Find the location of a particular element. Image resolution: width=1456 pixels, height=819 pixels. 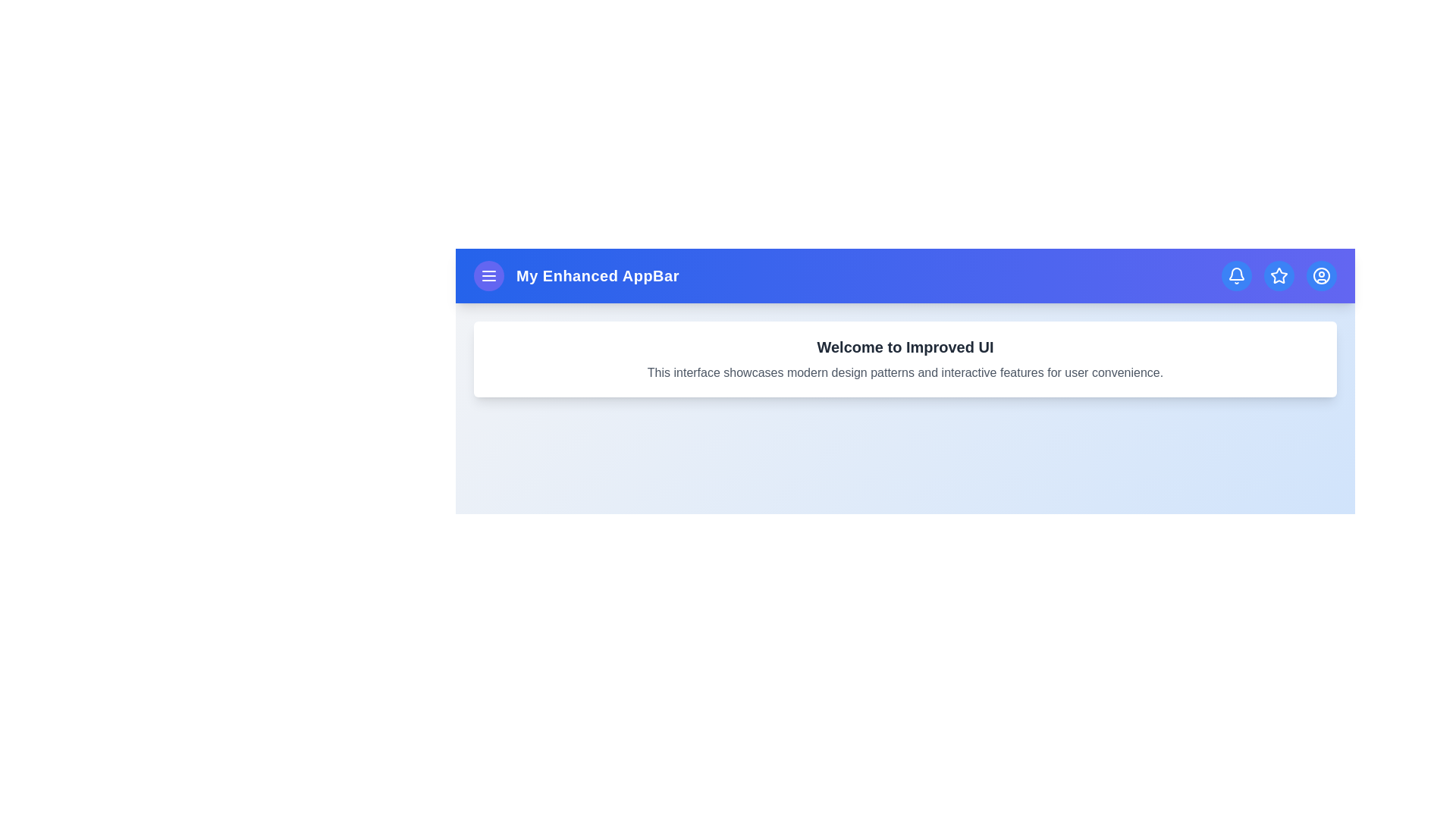

the header text 'My Enhanced AppBar' is located at coordinates (596, 275).